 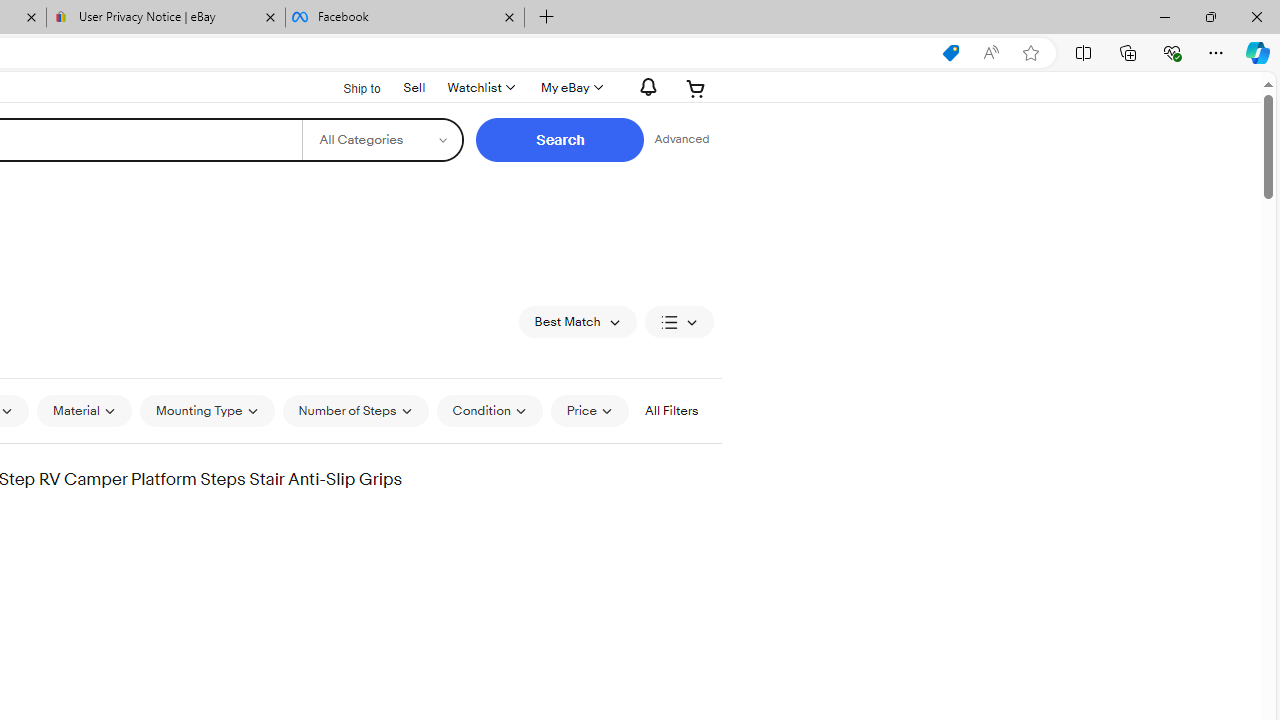 What do you see at coordinates (696, 87) in the screenshot?
I see `'Expand Cart'` at bounding box center [696, 87].